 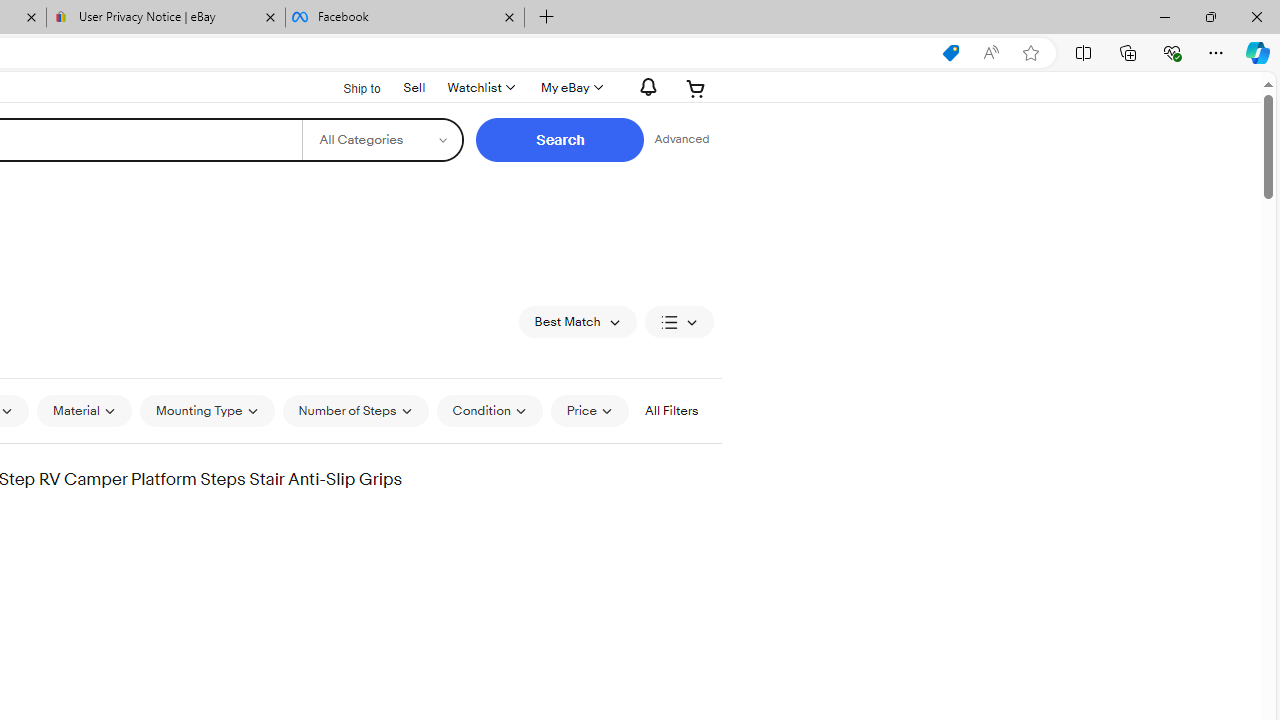 What do you see at coordinates (696, 87) in the screenshot?
I see `'Expand Cart'` at bounding box center [696, 87].